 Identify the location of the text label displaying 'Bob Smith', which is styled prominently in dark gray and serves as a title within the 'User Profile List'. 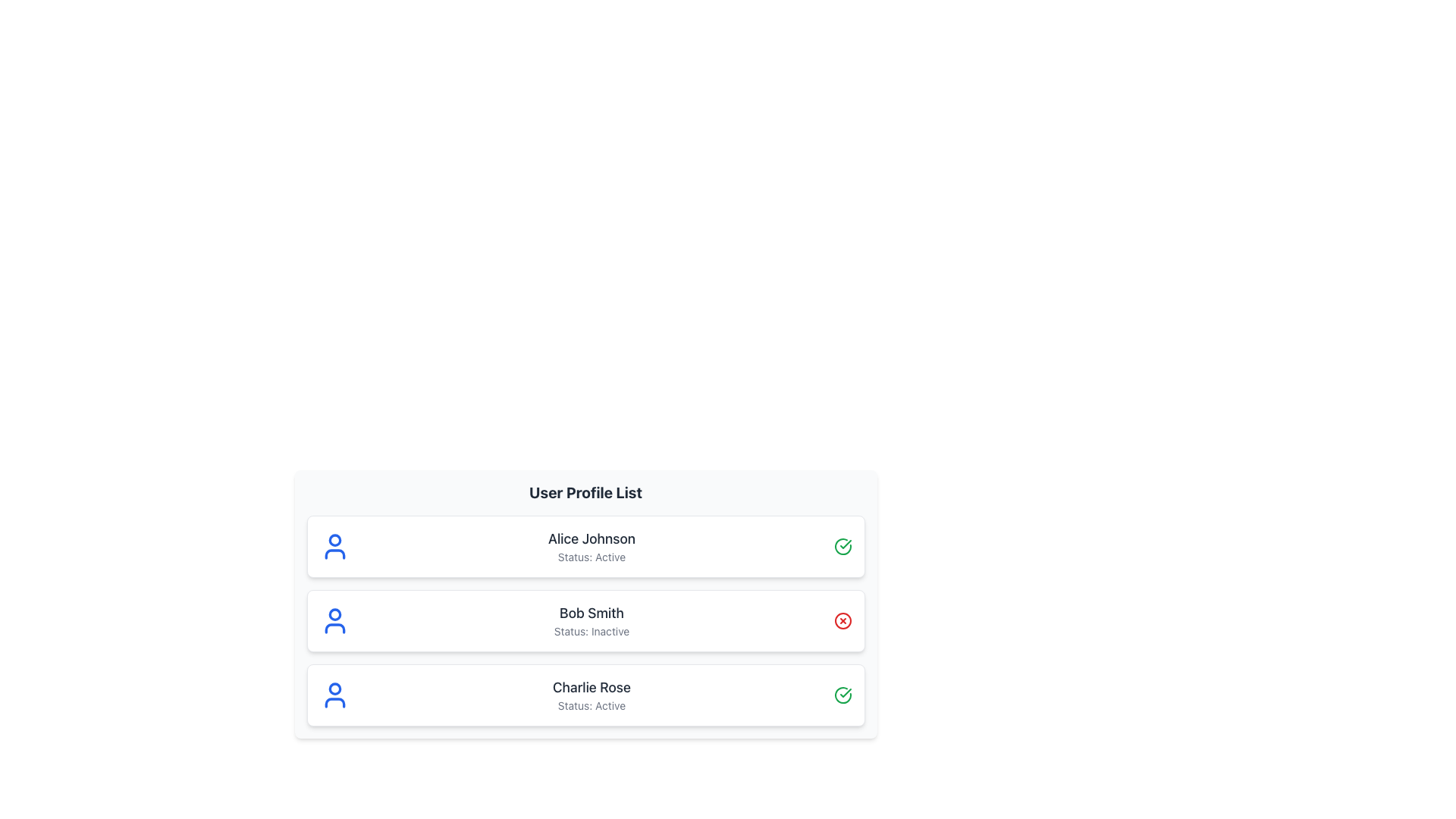
(591, 613).